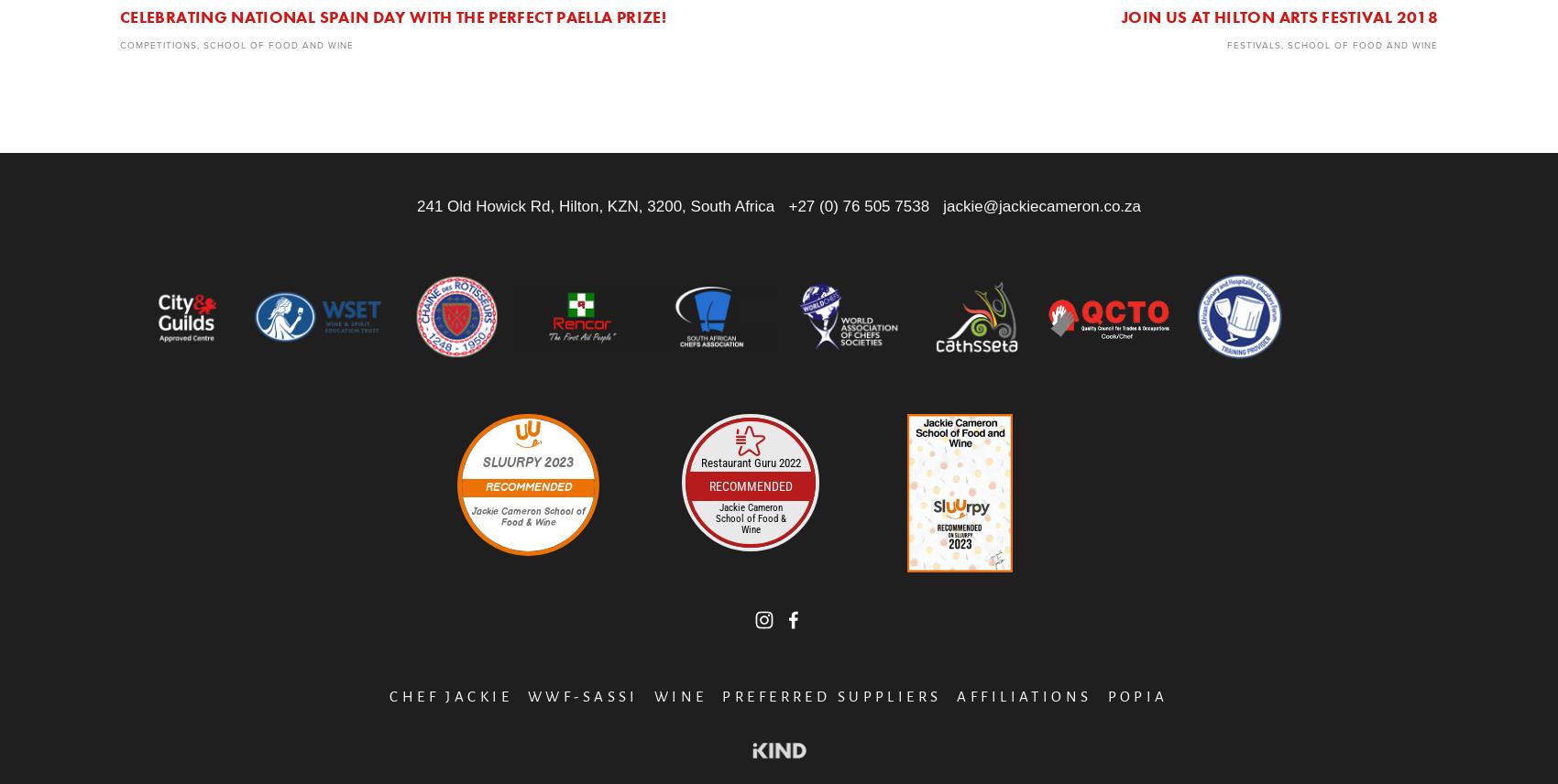 The image size is (1558, 784). Describe the element at coordinates (392, 16) in the screenshot. I see `'Celebrating National Spain Day with the Perfect Paella Prize!'` at that location.